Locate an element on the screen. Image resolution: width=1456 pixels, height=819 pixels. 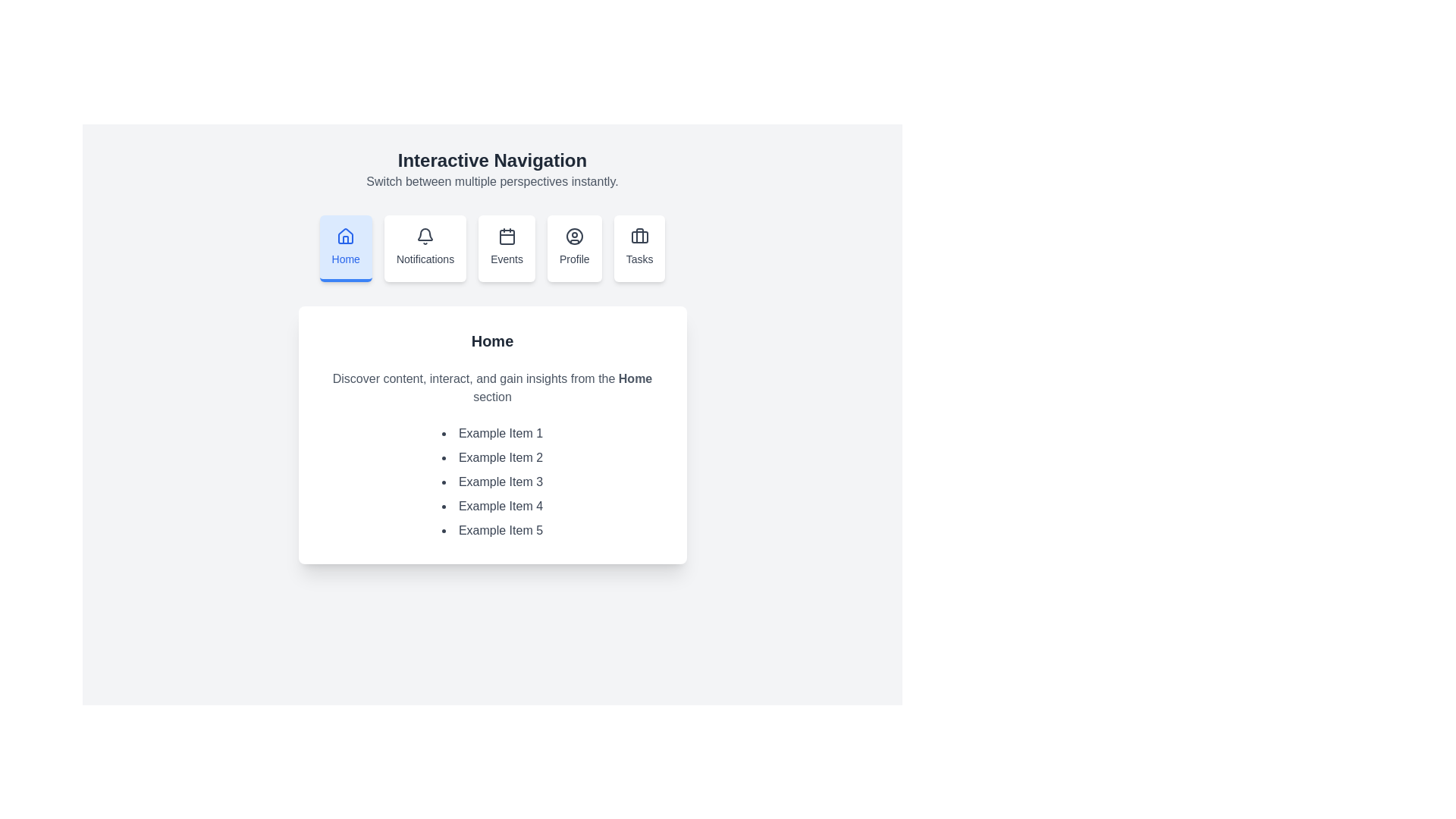
the house-shaped icon with a blue outline representing the 'Home' functionality located in the upper-left corner of the icon grid is located at coordinates (345, 237).